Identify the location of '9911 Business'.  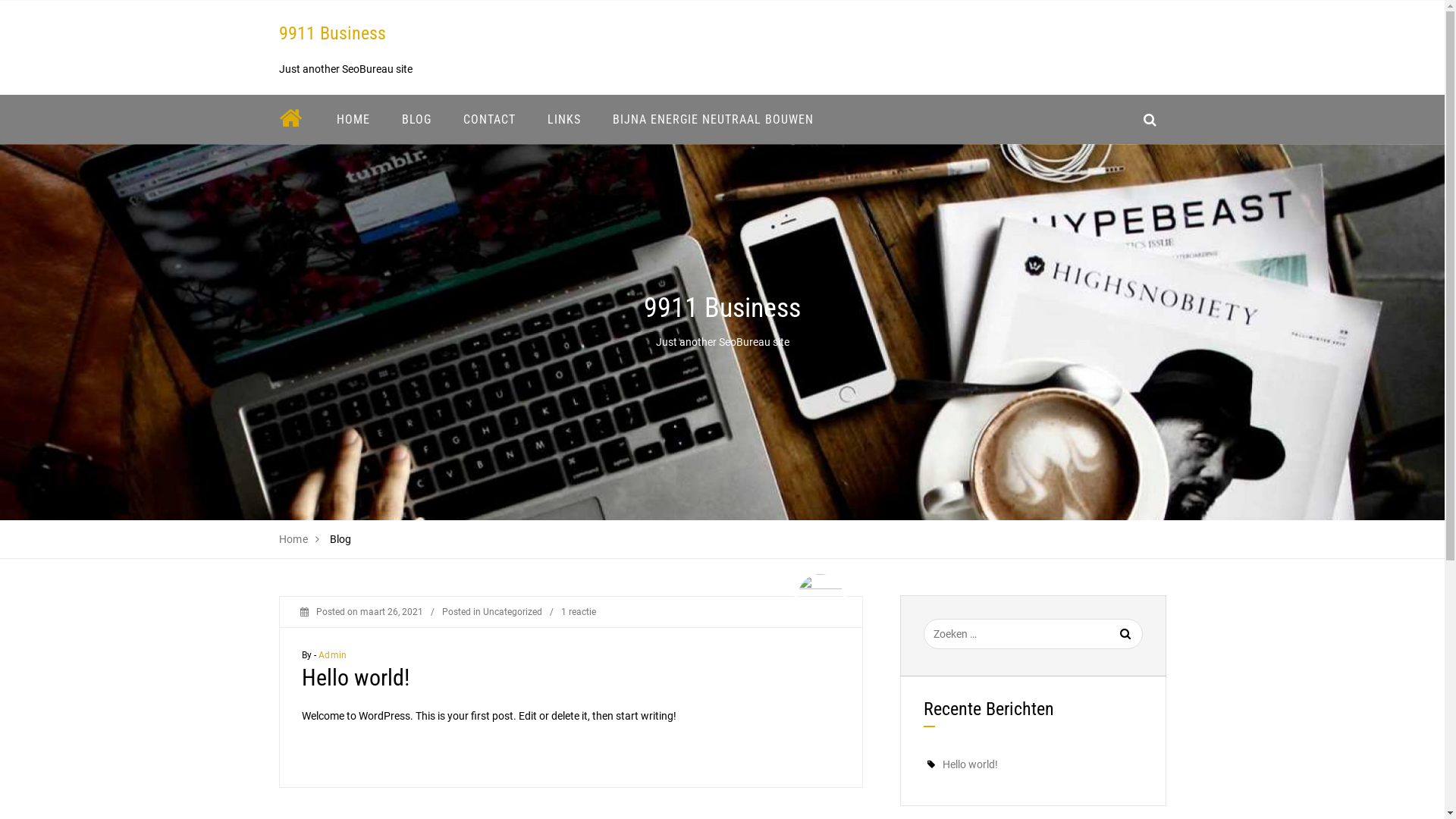
(279, 33).